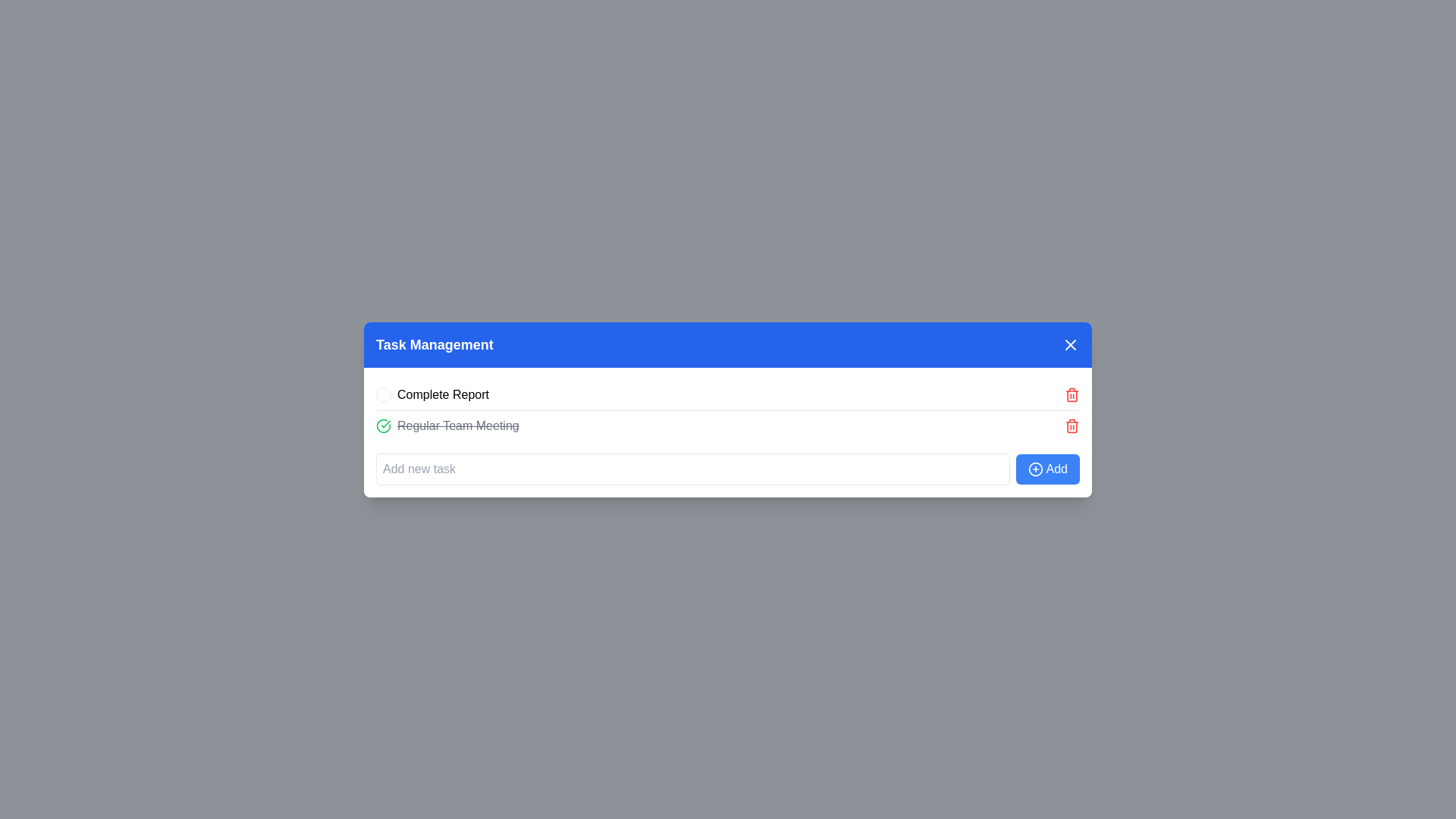  What do you see at coordinates (1034, 468) in the screenshot?
I see `the graphical UI icon within the blue add button located at the bottom-right of the task management interface` at bounding box center [1034, 468].